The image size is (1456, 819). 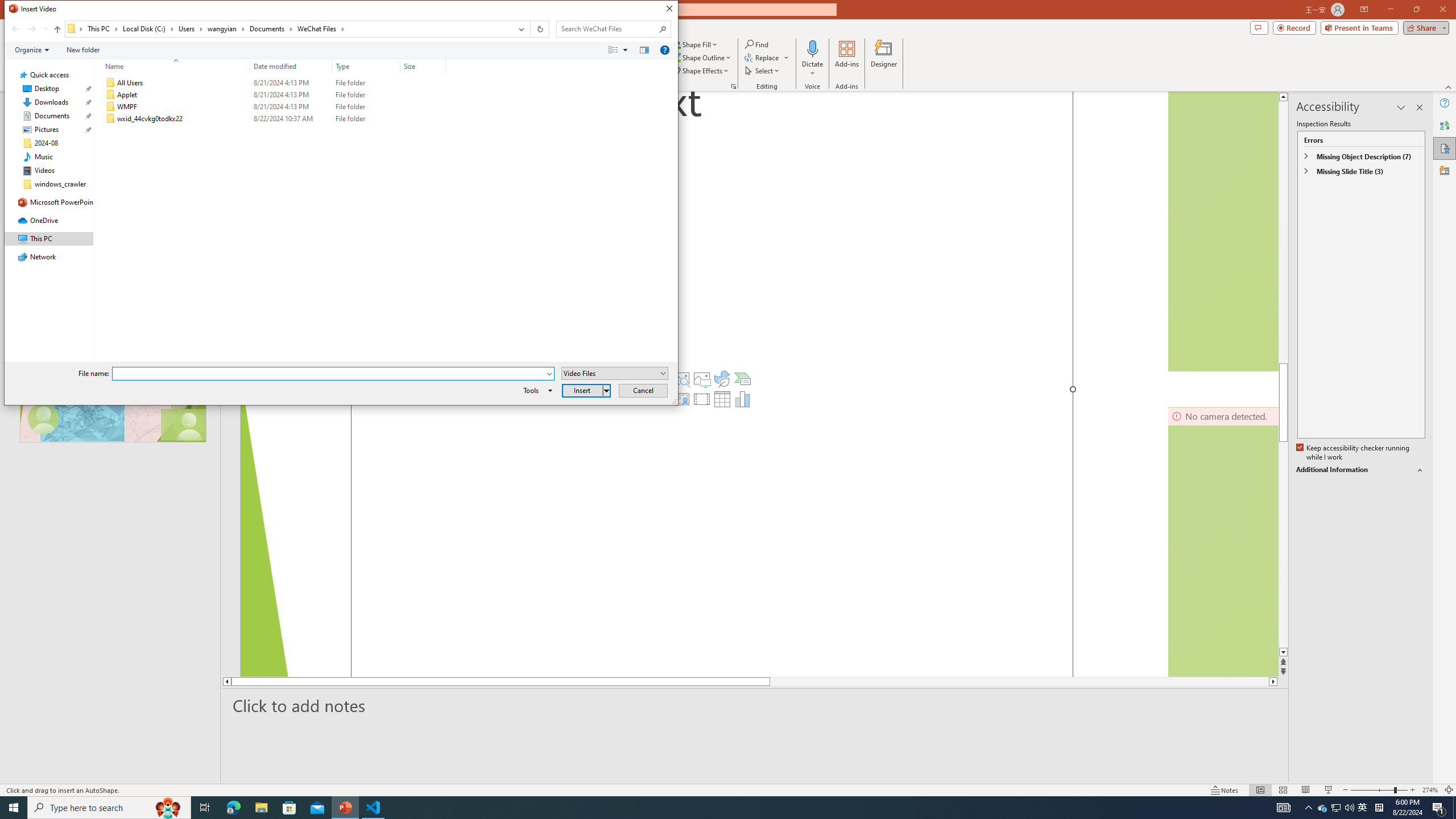 What do you see at coordinates (366, 65) in the screenshot?
I see `'Type'` at bounding box center [366, 65].